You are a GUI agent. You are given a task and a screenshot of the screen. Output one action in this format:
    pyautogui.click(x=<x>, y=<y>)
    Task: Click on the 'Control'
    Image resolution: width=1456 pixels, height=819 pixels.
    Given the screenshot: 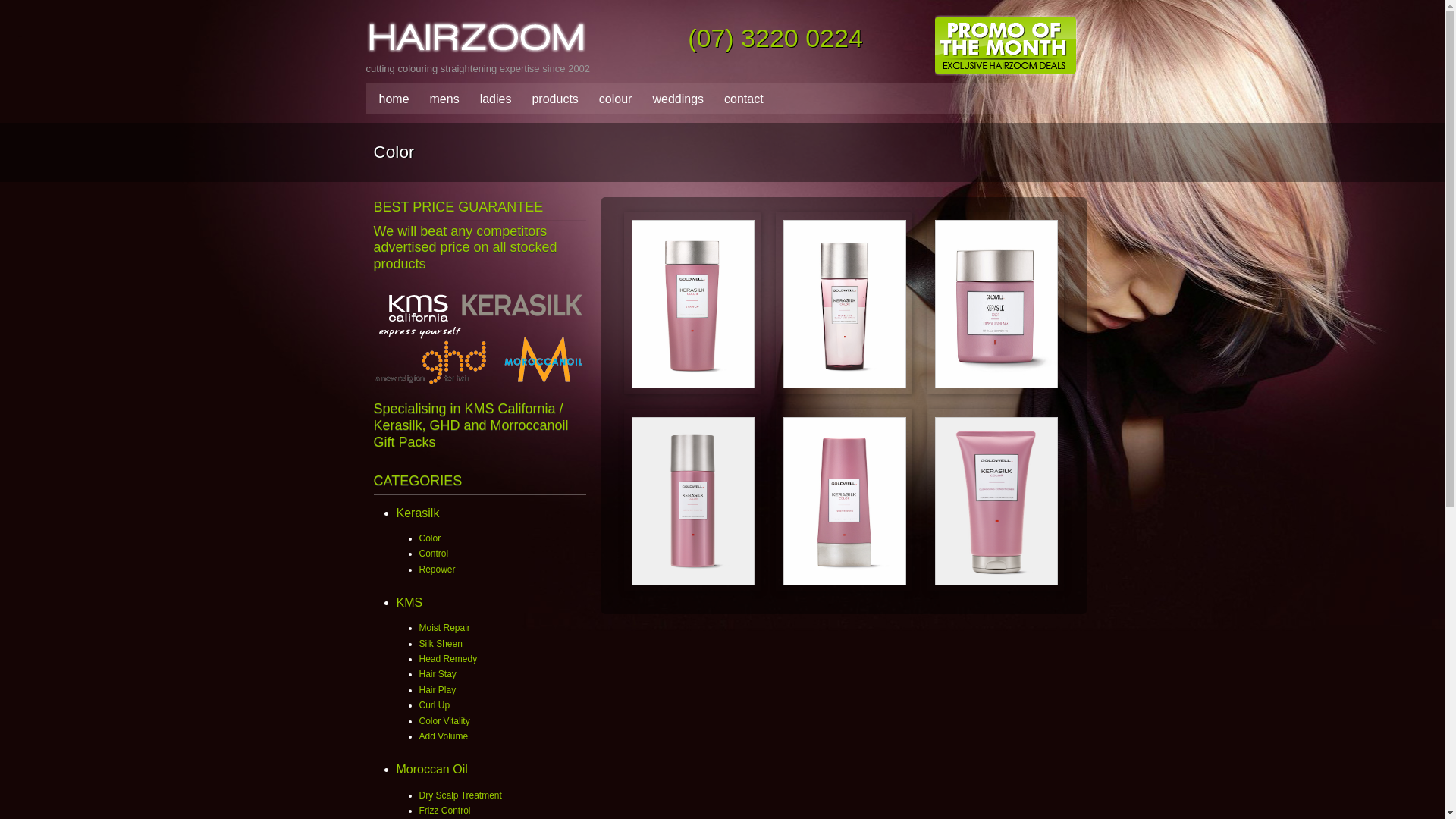 What is the action you would take?
    pyautogui.click(x=432, y=553)
    